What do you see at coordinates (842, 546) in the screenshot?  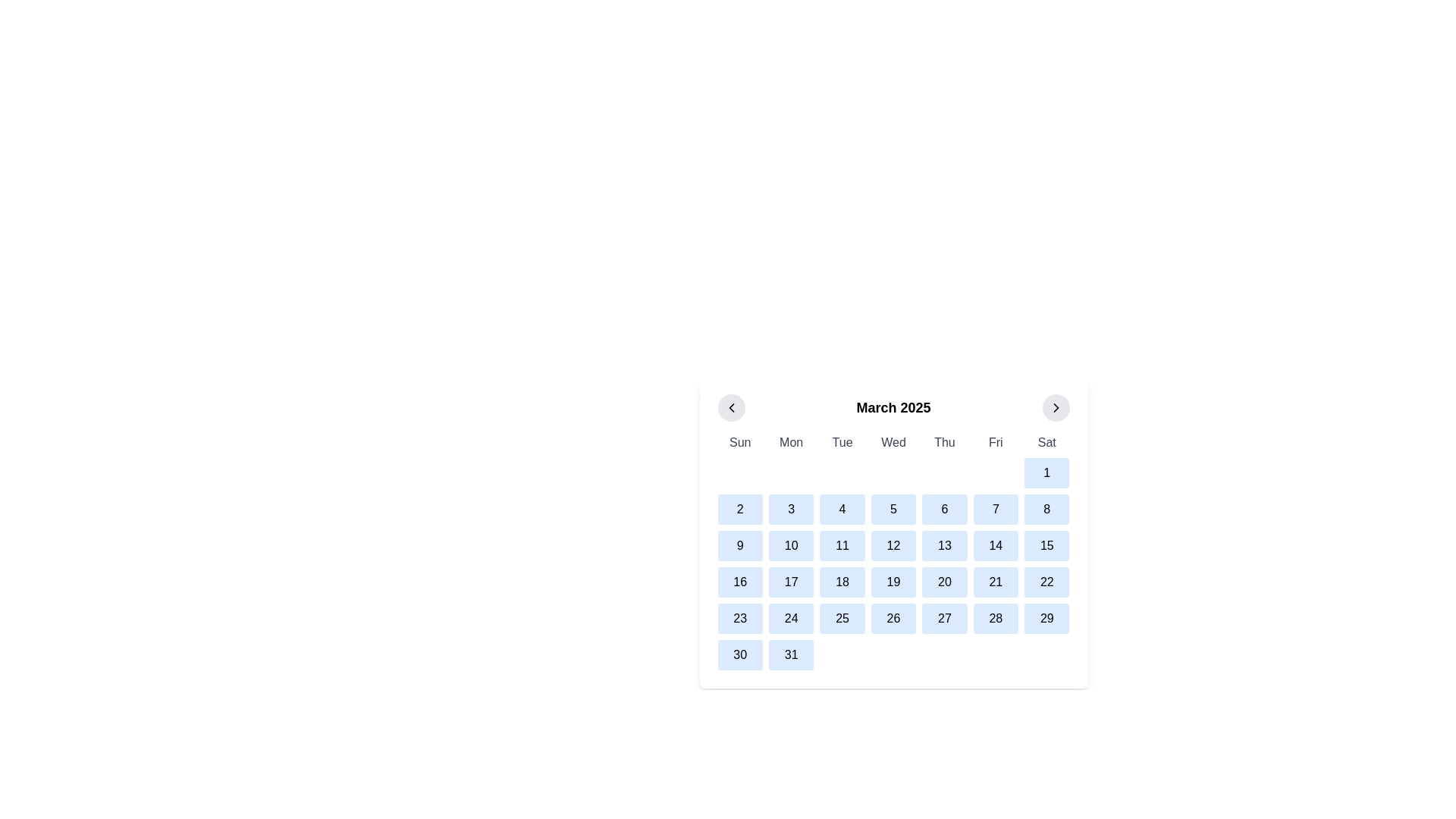 I see `the button representing the date '11' in the calendar view` at bounding box center [842, 546].